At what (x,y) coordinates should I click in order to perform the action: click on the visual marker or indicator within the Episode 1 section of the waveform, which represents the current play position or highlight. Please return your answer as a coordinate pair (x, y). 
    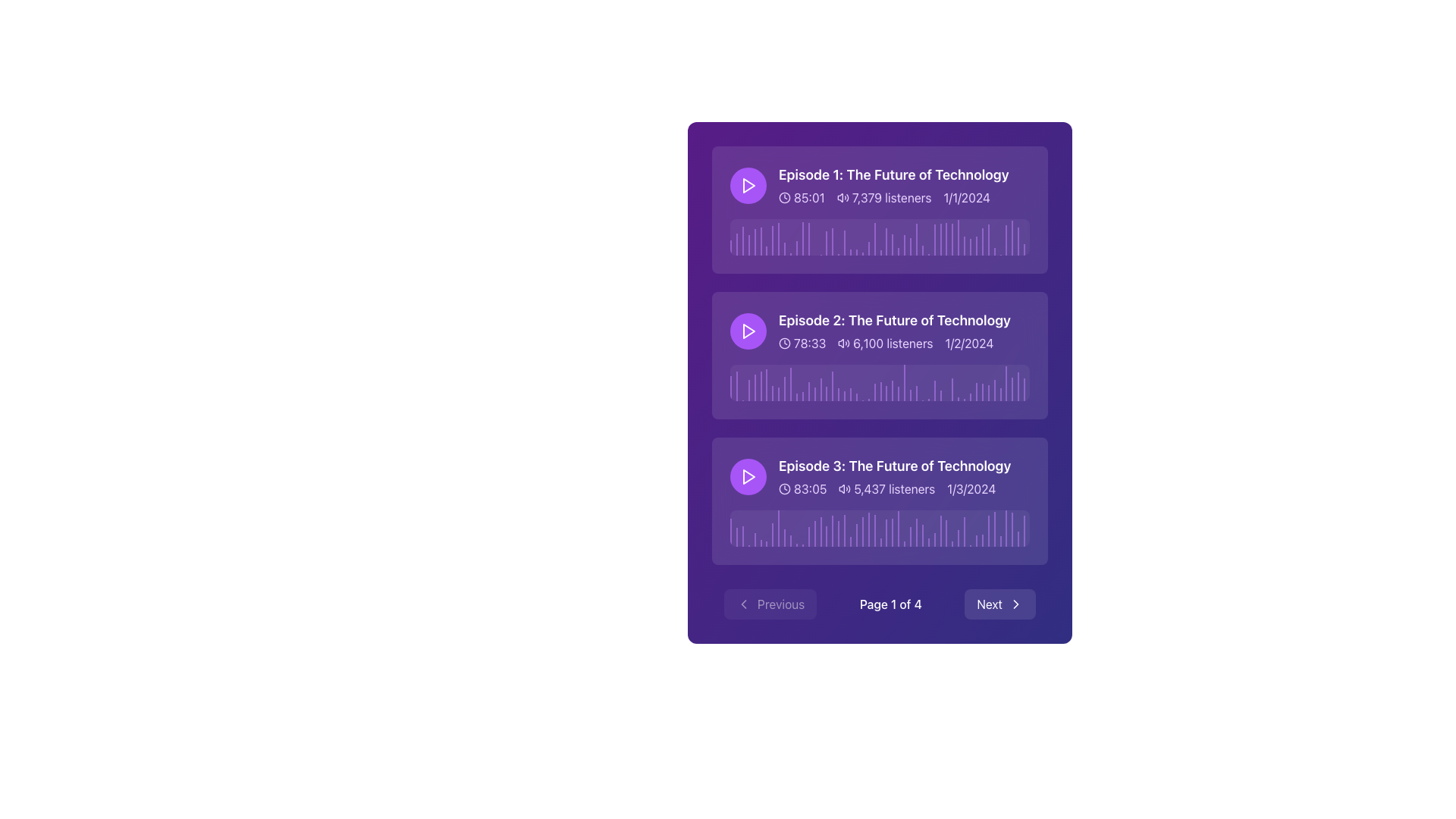
    Looking at the image, I should click on (899, 250).